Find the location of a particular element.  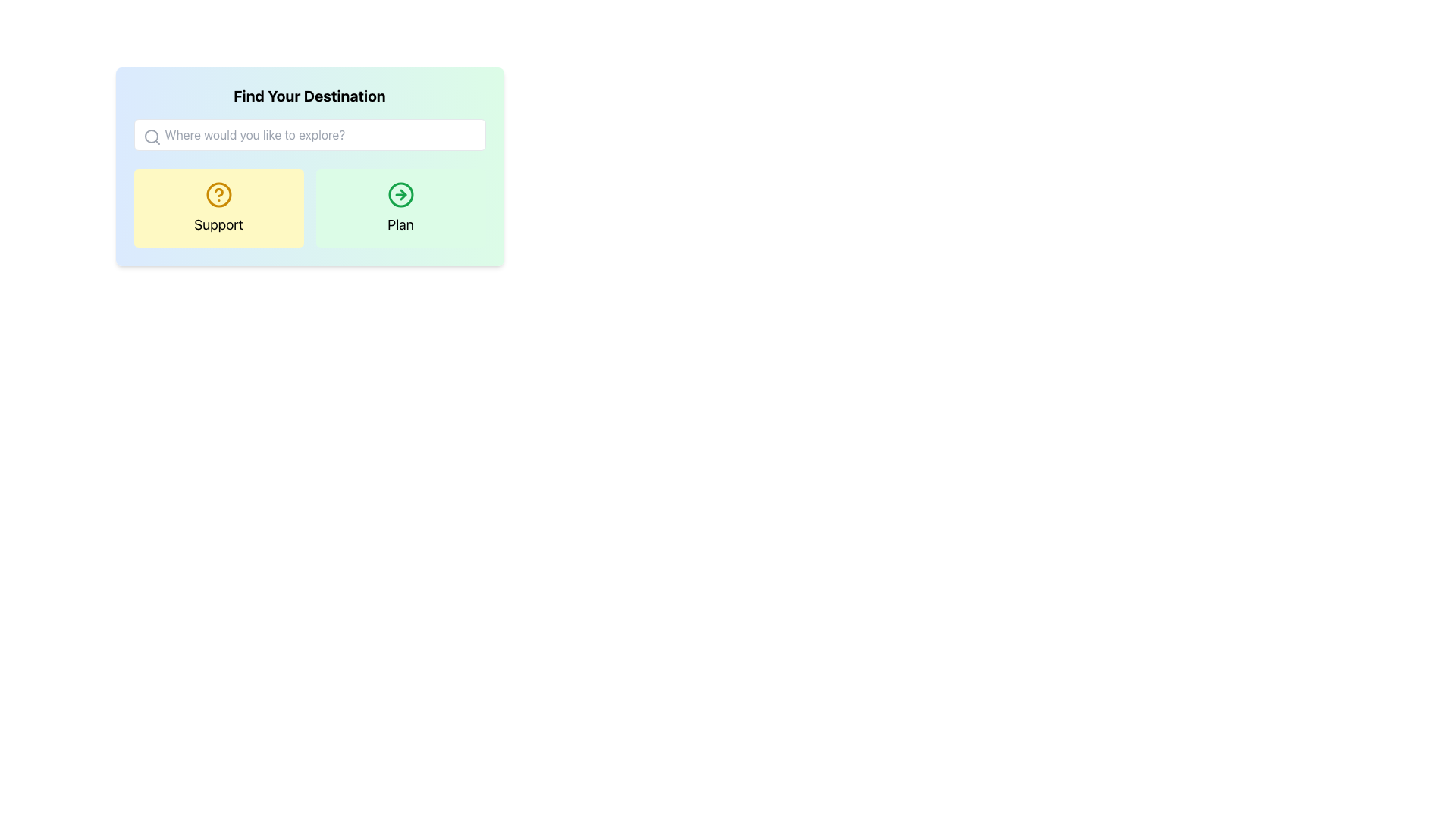

the text input field with placeholder text 'Where would you like is located at coordinates (309, 133).